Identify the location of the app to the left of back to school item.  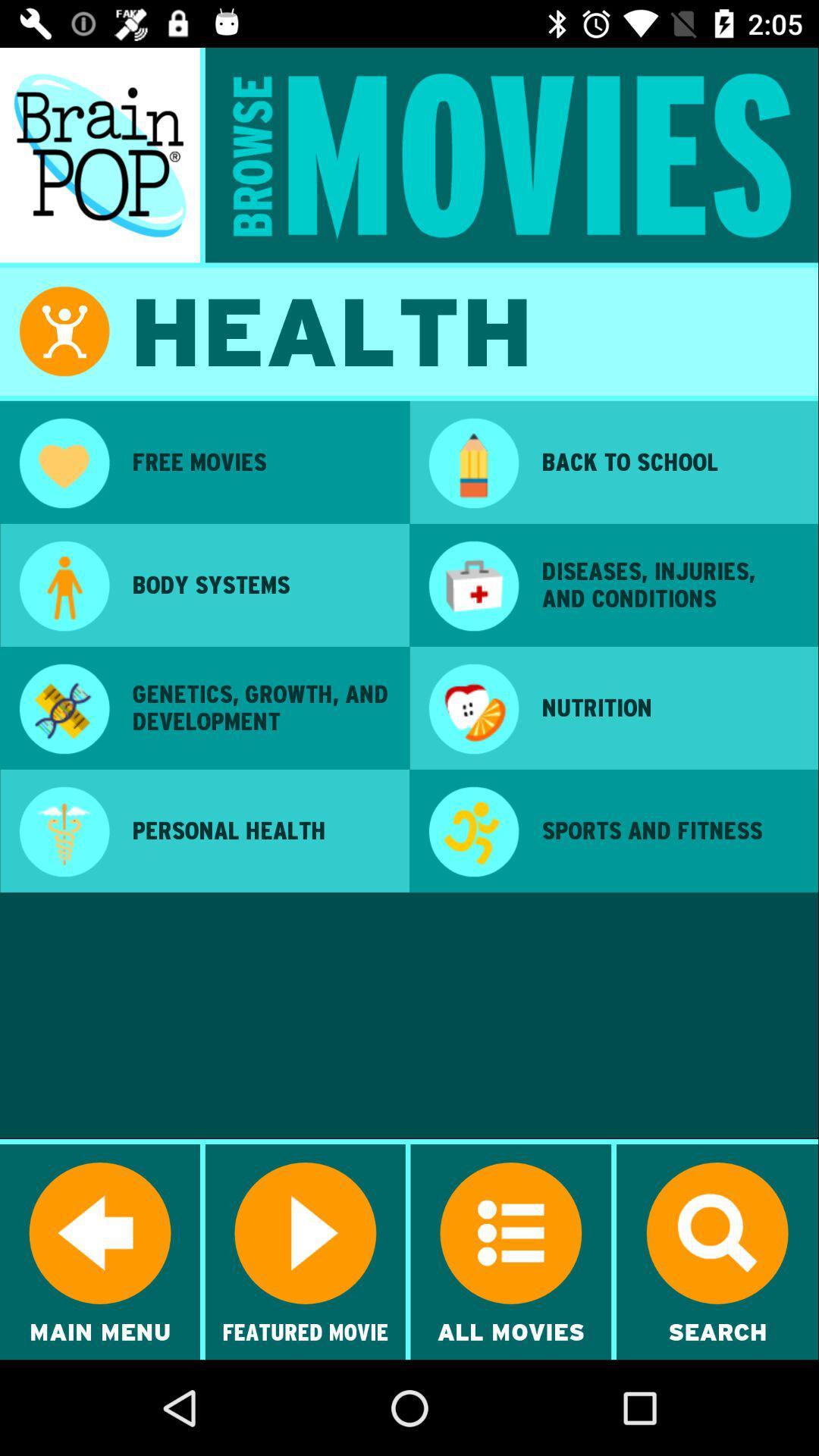
(472, 464).